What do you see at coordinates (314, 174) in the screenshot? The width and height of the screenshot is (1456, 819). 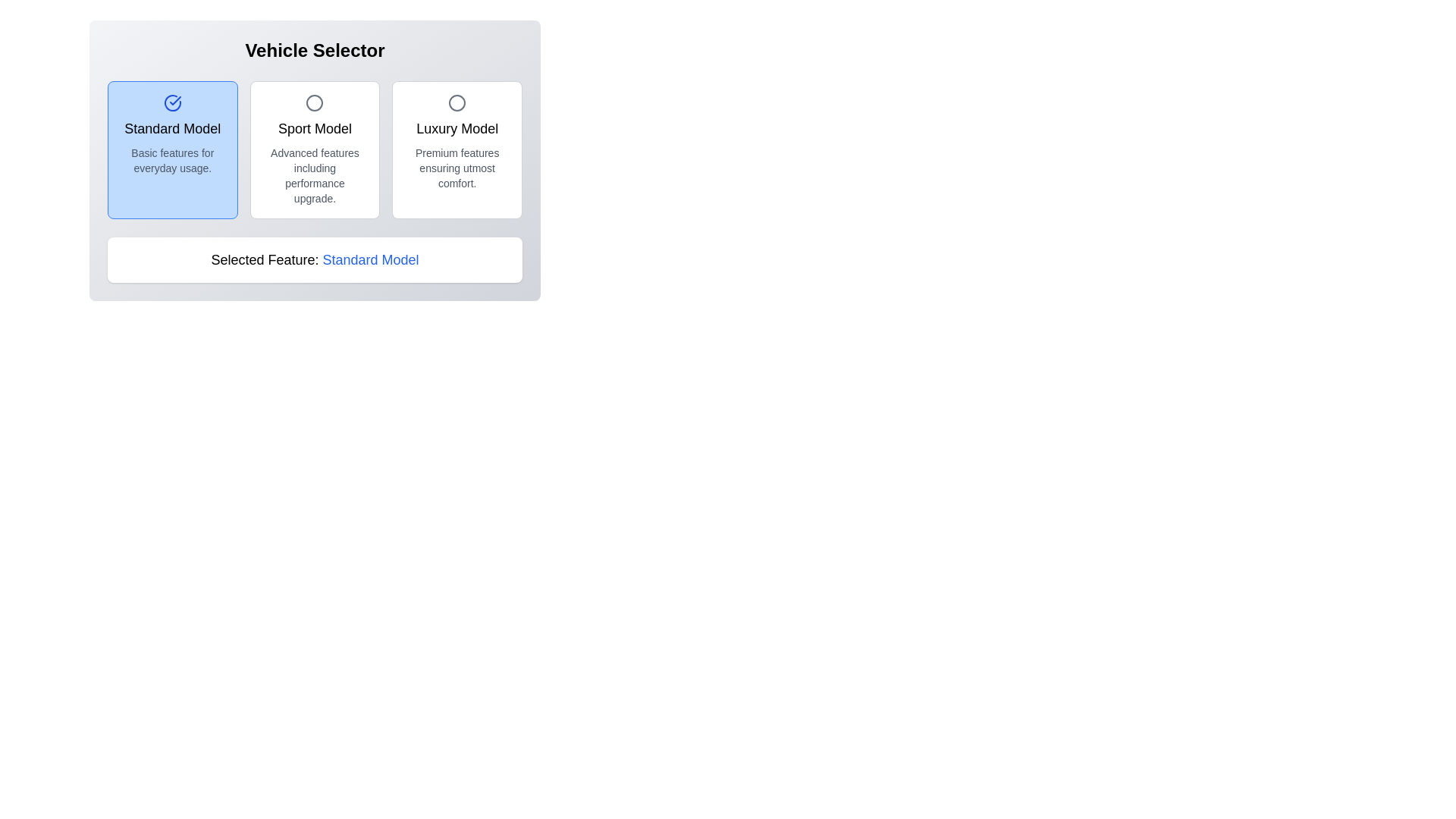 I see `the Text Label that describes the features and benefits of the 'Sport Model' selection, located underneath the title within the 'Sport Model' card` at bounding box center [314, 174].